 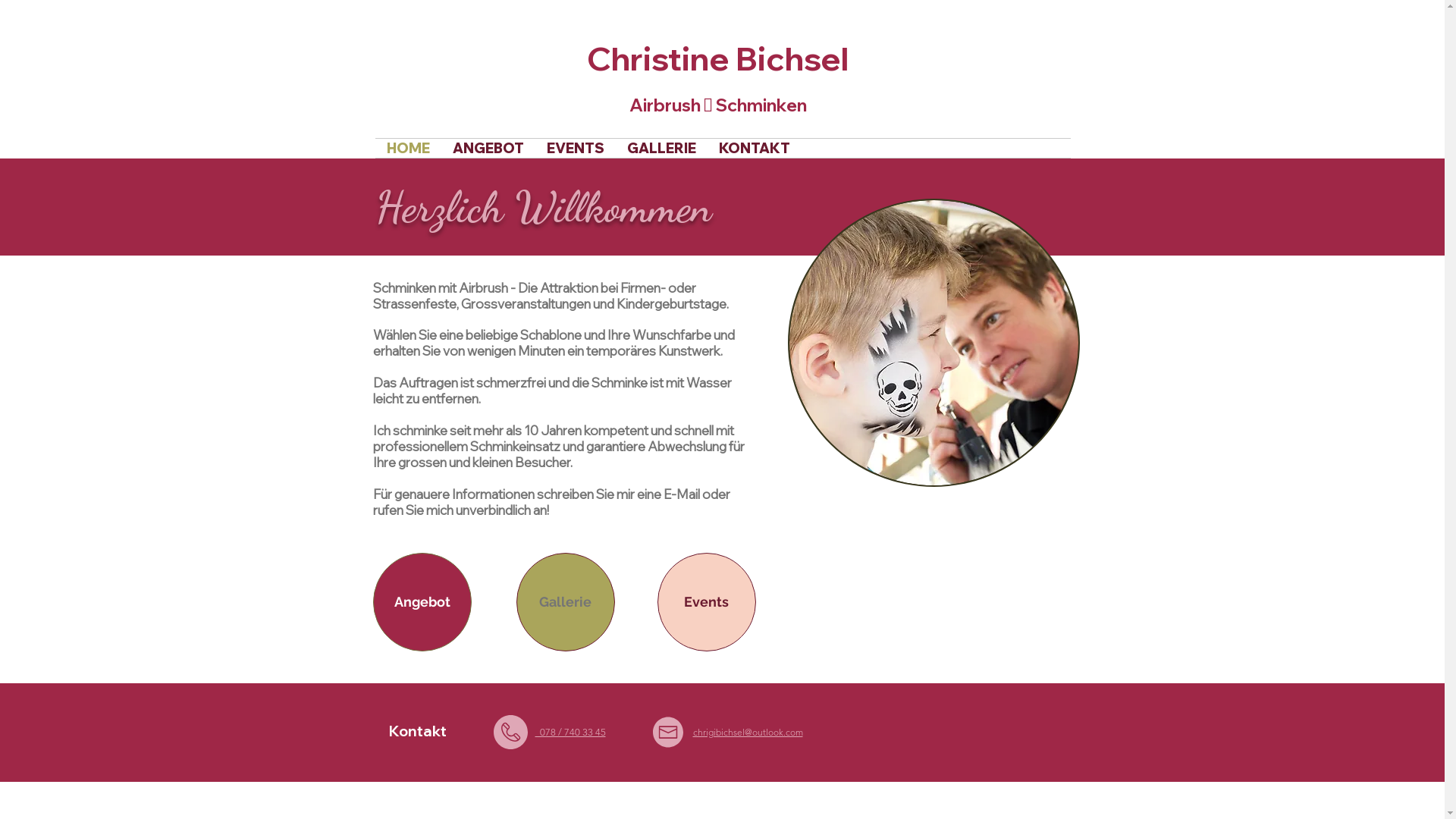 What do you see at coordinates (753, 148) in the screenshot?
I see `'KONTAKT'` at bounding box center [753, 148].